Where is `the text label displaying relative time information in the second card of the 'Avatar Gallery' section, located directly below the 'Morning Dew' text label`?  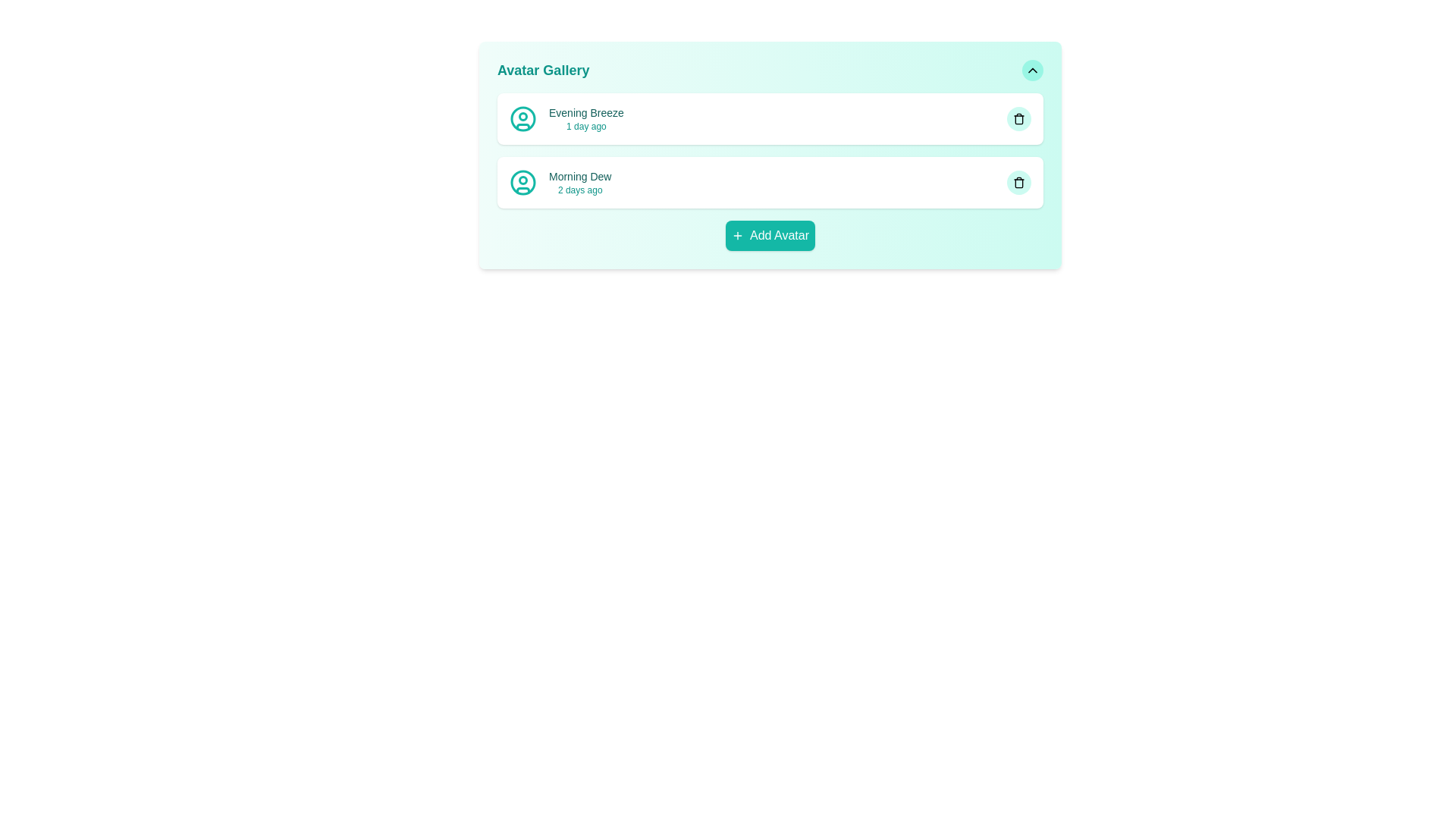 the text label displaying relative time information in the second card of the 'Avatar Gallery' section, located directly below the 'Morning Dew' text label is located at coordinates (579, 189).